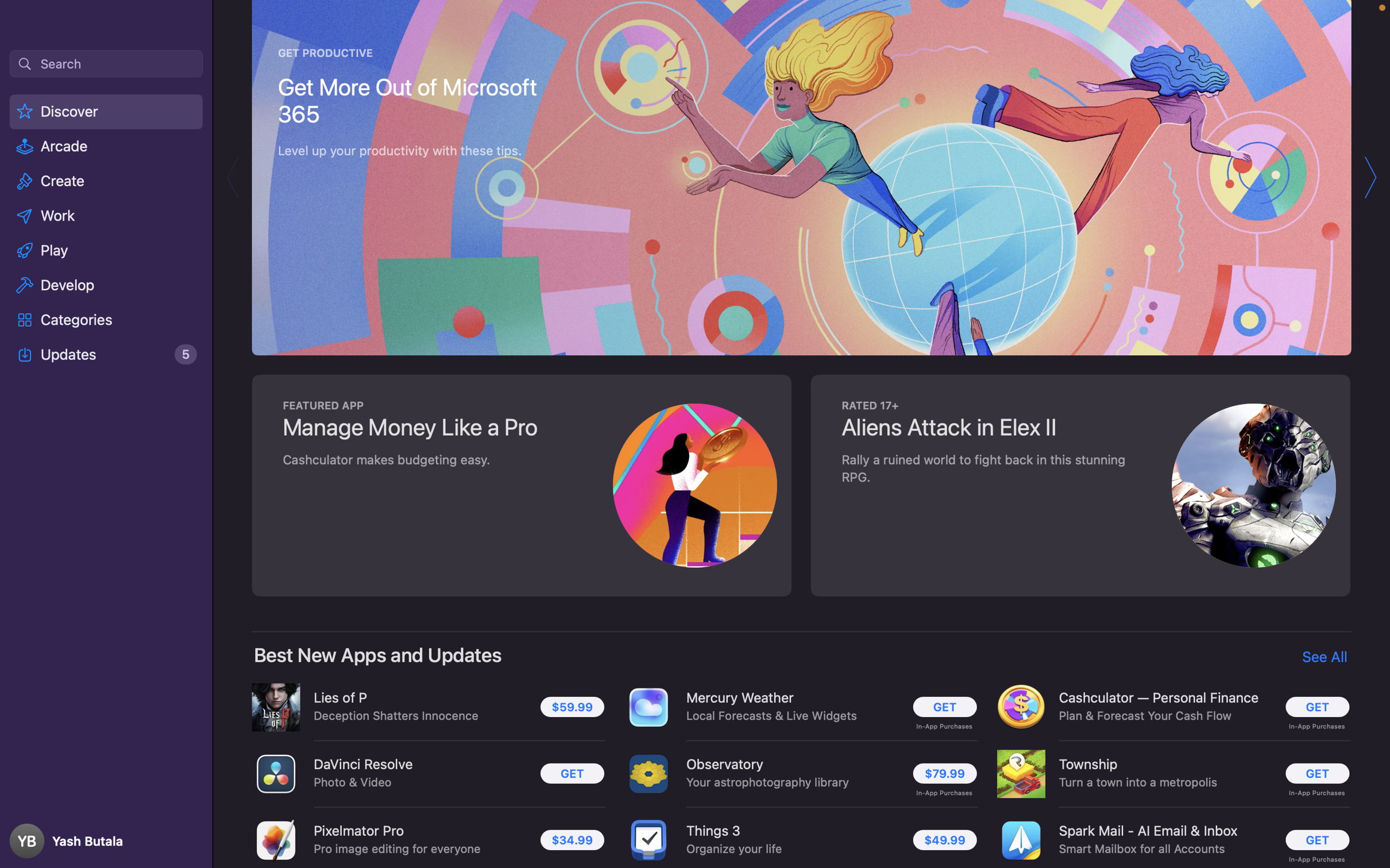  I want to click on "Work", so click(106, 214).